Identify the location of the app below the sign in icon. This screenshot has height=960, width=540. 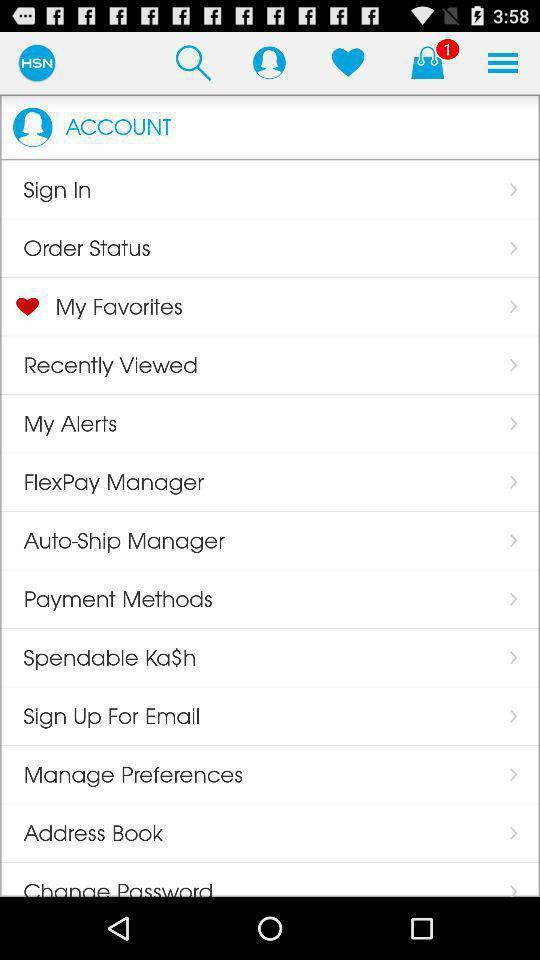
(74, 247).